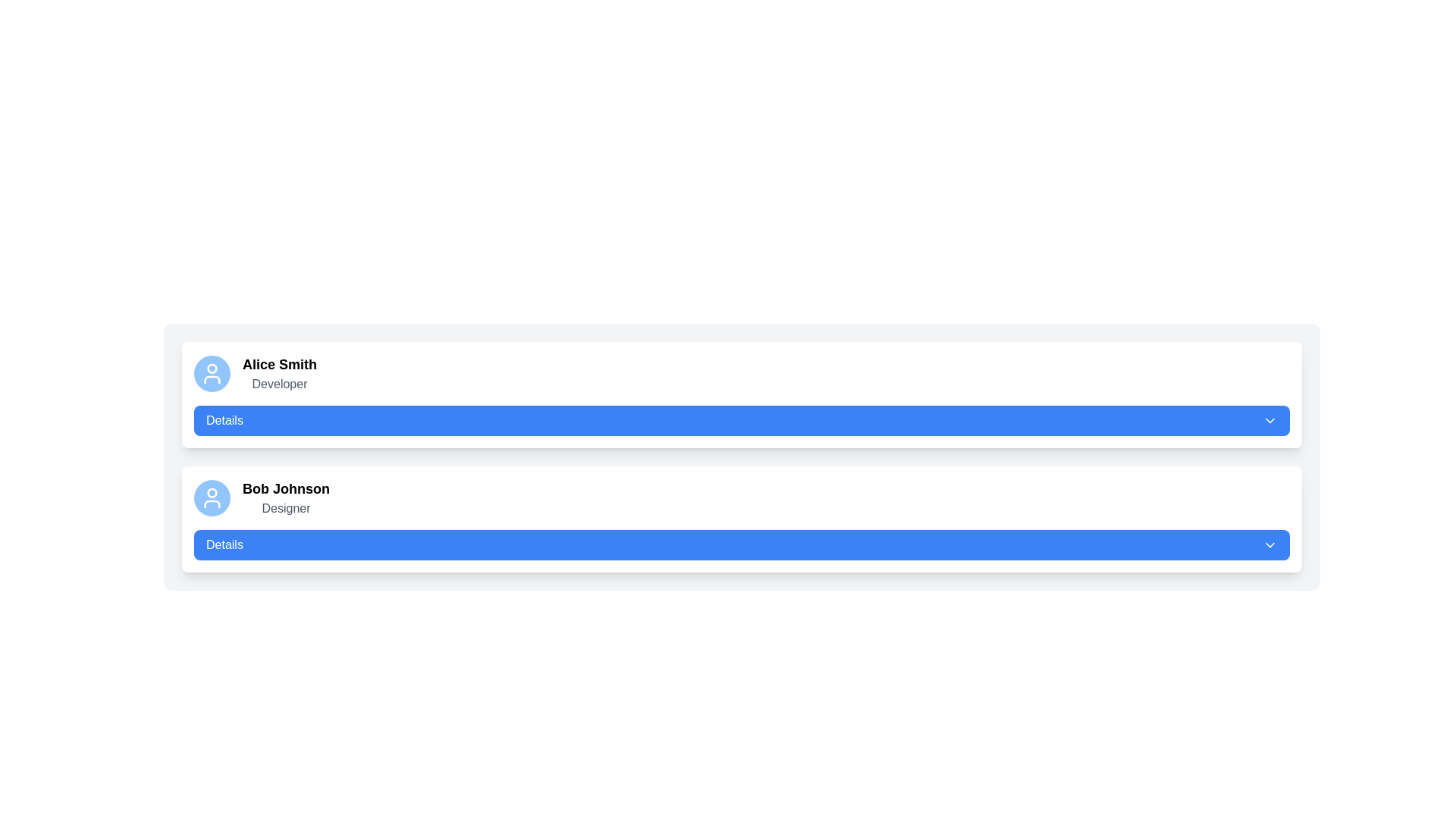 This screenshot has height=819, width=1456. Describe the element at coordinates (224, 544) in the screenshot. I see `text of the 'Details' label located within the blue button below the circular avatar of 'Bob Johnson'` at that location.